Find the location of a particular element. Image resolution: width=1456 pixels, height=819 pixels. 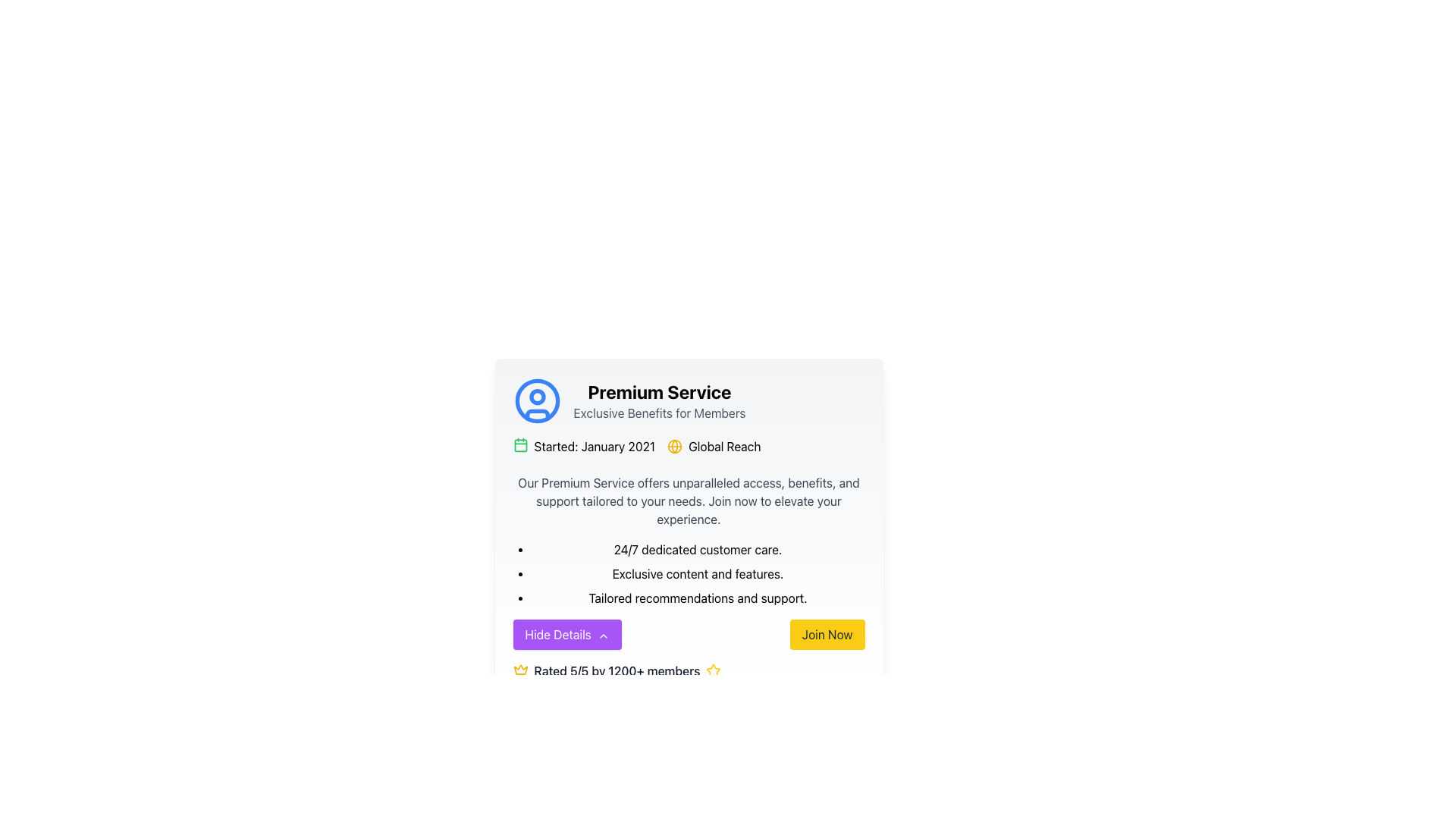

the text label reading 'Started: January 2021' with the green calendar icon on the left, located in the top section of the 'Premium Service' card is located at coordinates (583, 446).